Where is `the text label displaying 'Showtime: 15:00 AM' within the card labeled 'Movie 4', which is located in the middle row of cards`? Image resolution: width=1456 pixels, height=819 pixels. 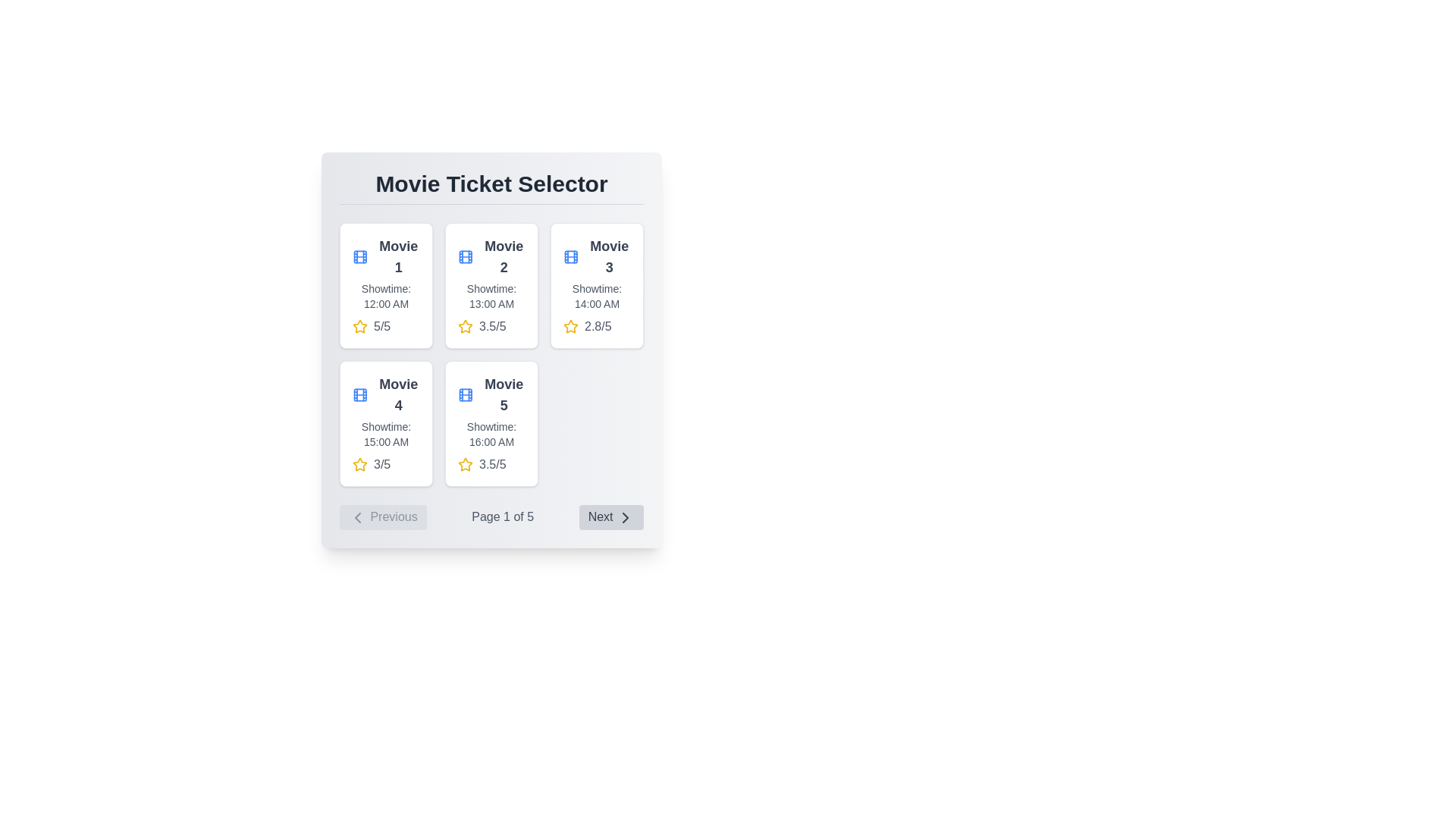 the text label displaying 'Showtime: 15:00 AM' within the card labeled 'Movie 4', which is located in the middle row of cards is located at coordinates (386, 435).